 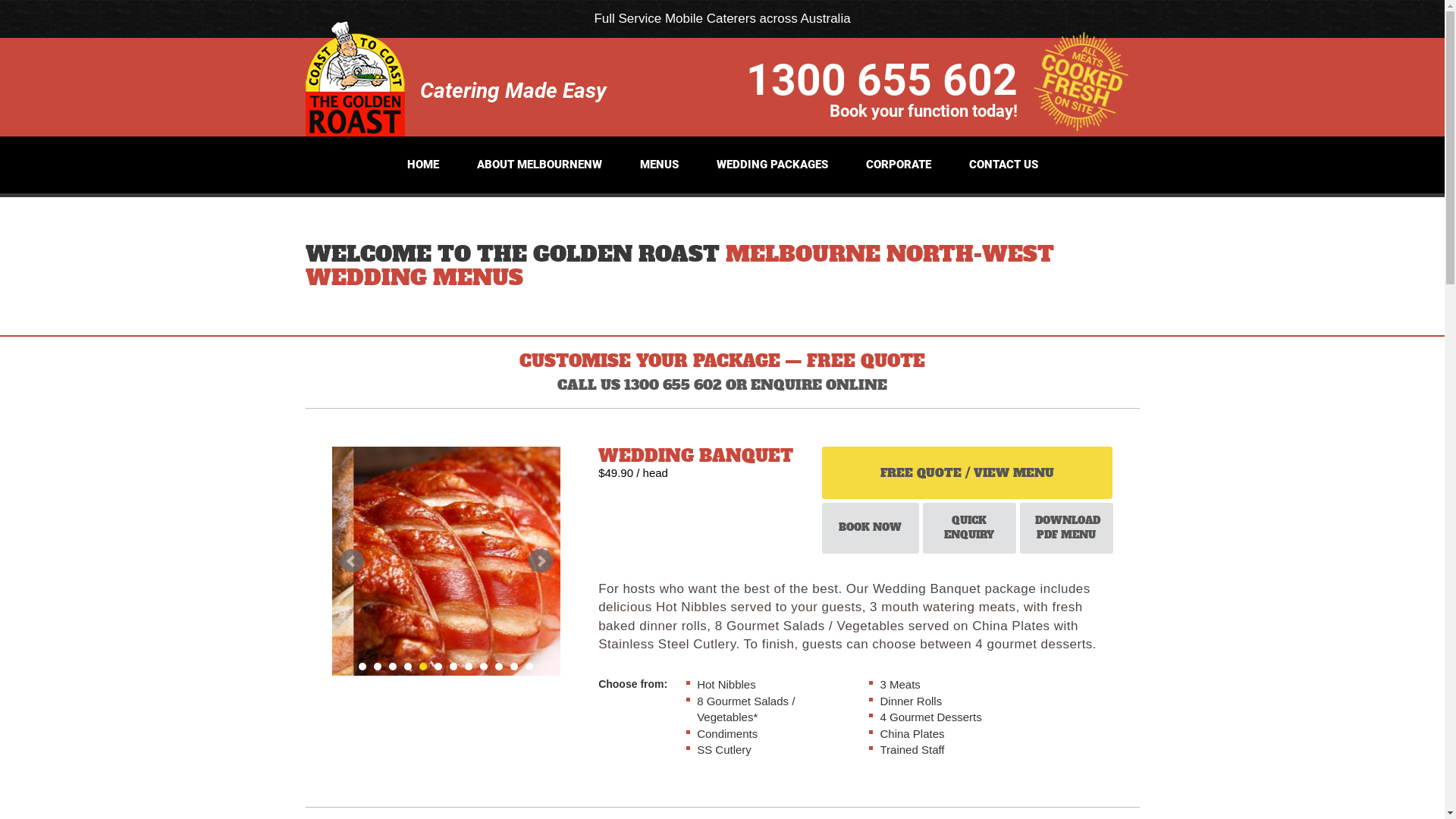 What do you see at coordinates (449, 666) in the screenshot?
I see `'7'` at bounding box center [449, 666].